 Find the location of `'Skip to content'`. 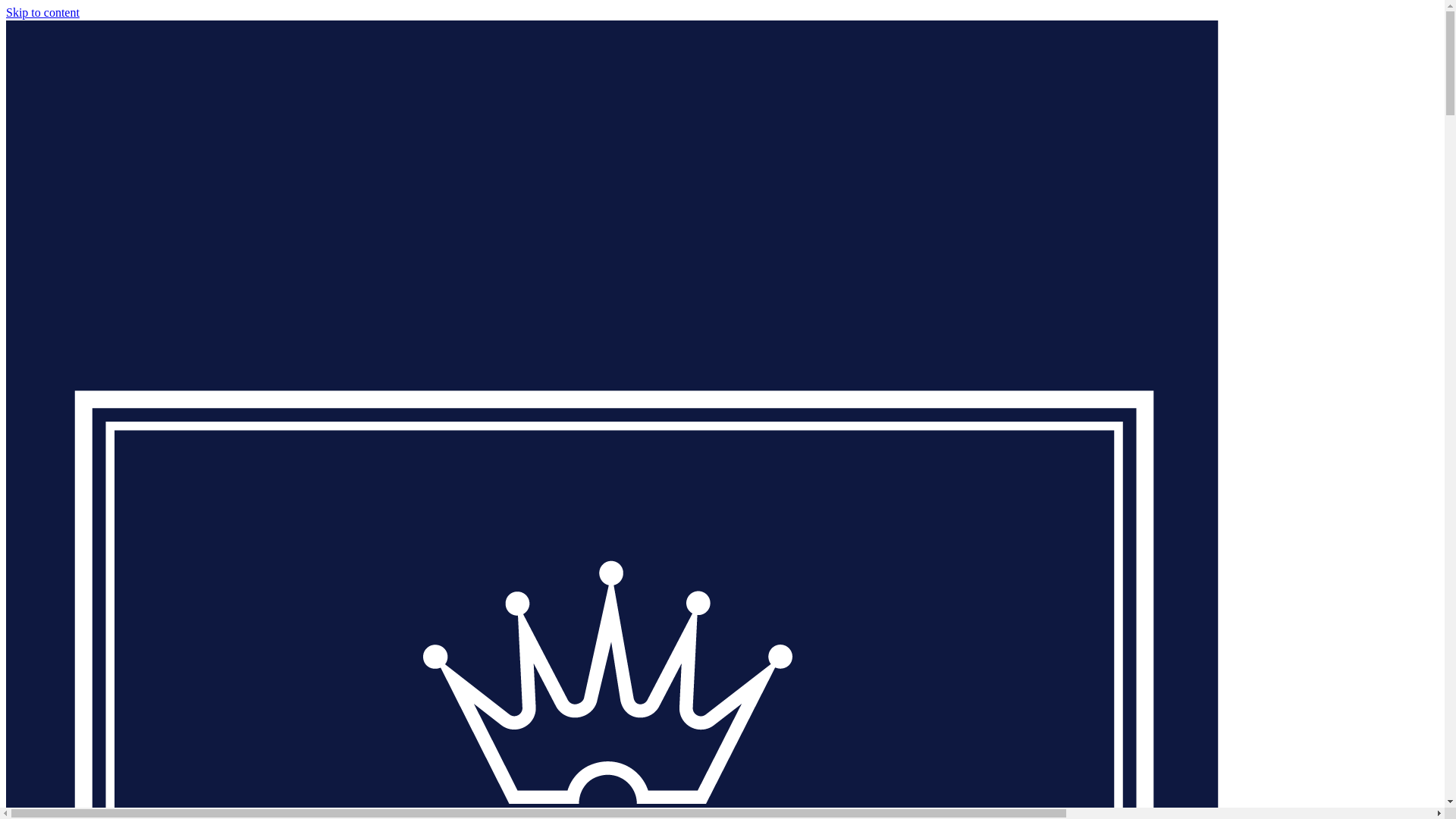

'Skip to content' is located at coordinates (42, 12).